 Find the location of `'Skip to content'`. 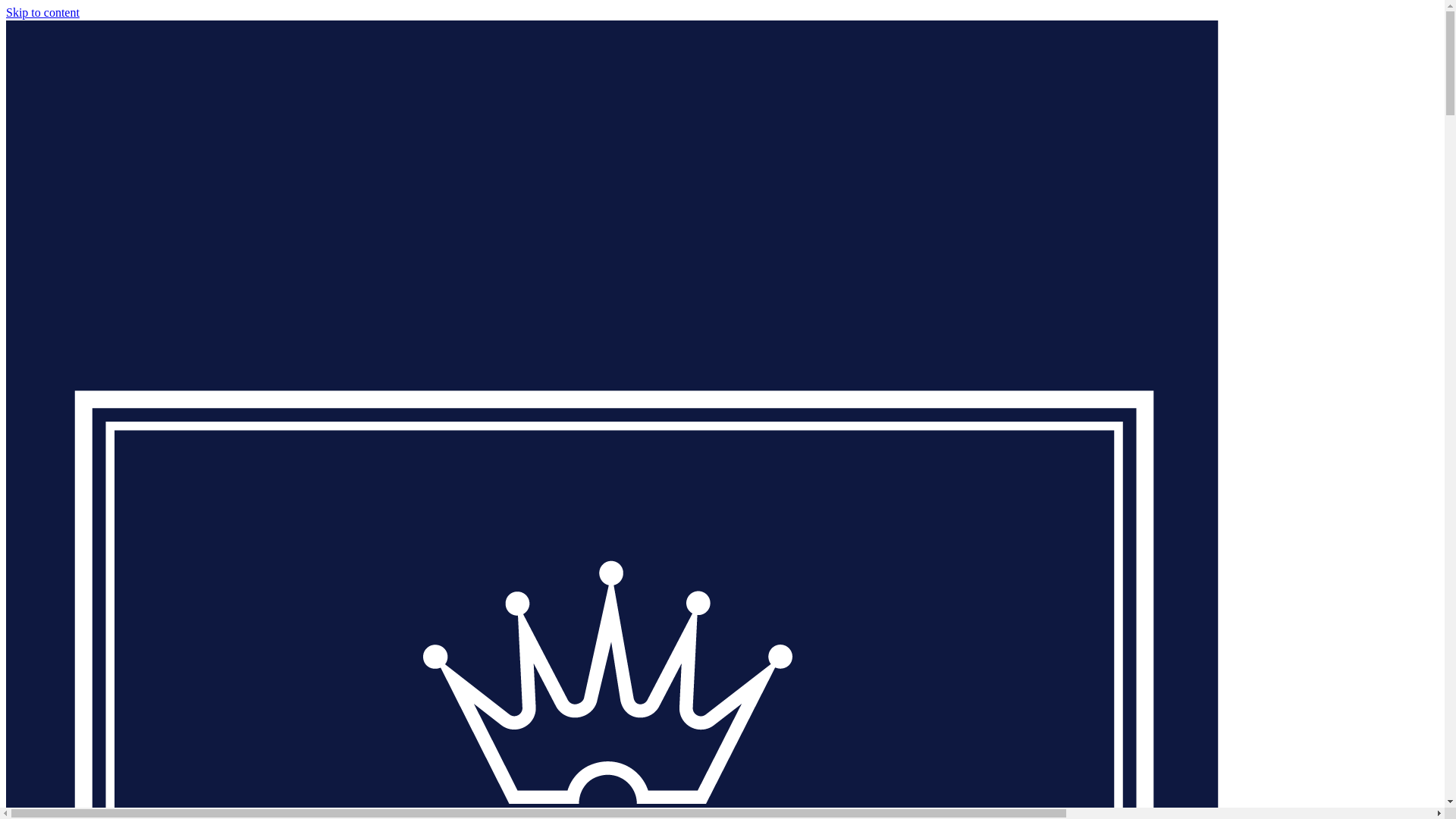

'Skip to content' is located at coordinates (42, 12).